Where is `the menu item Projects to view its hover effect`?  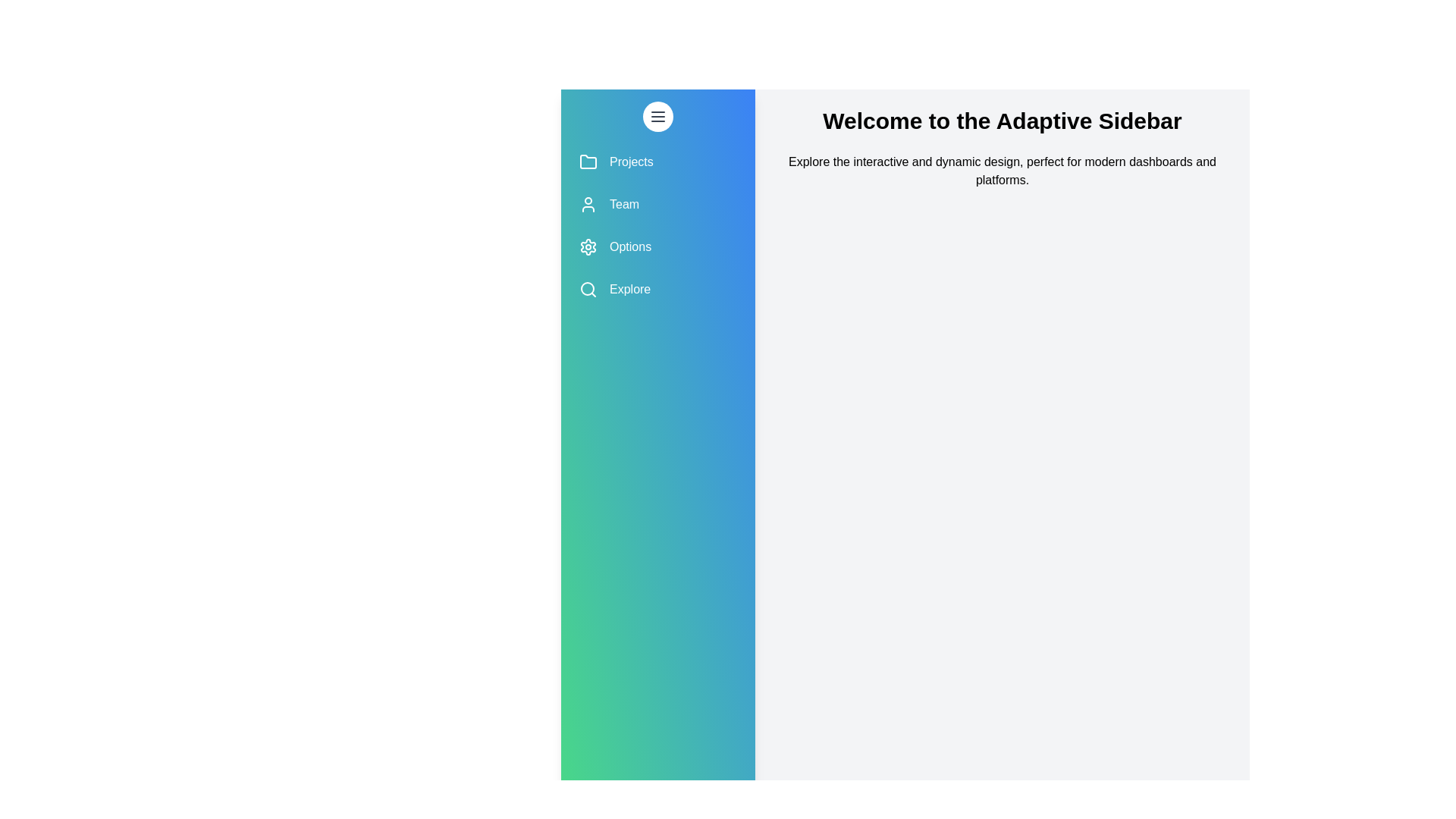 the menu item Projects to view its hover effect is located at coordinates (658, 162).